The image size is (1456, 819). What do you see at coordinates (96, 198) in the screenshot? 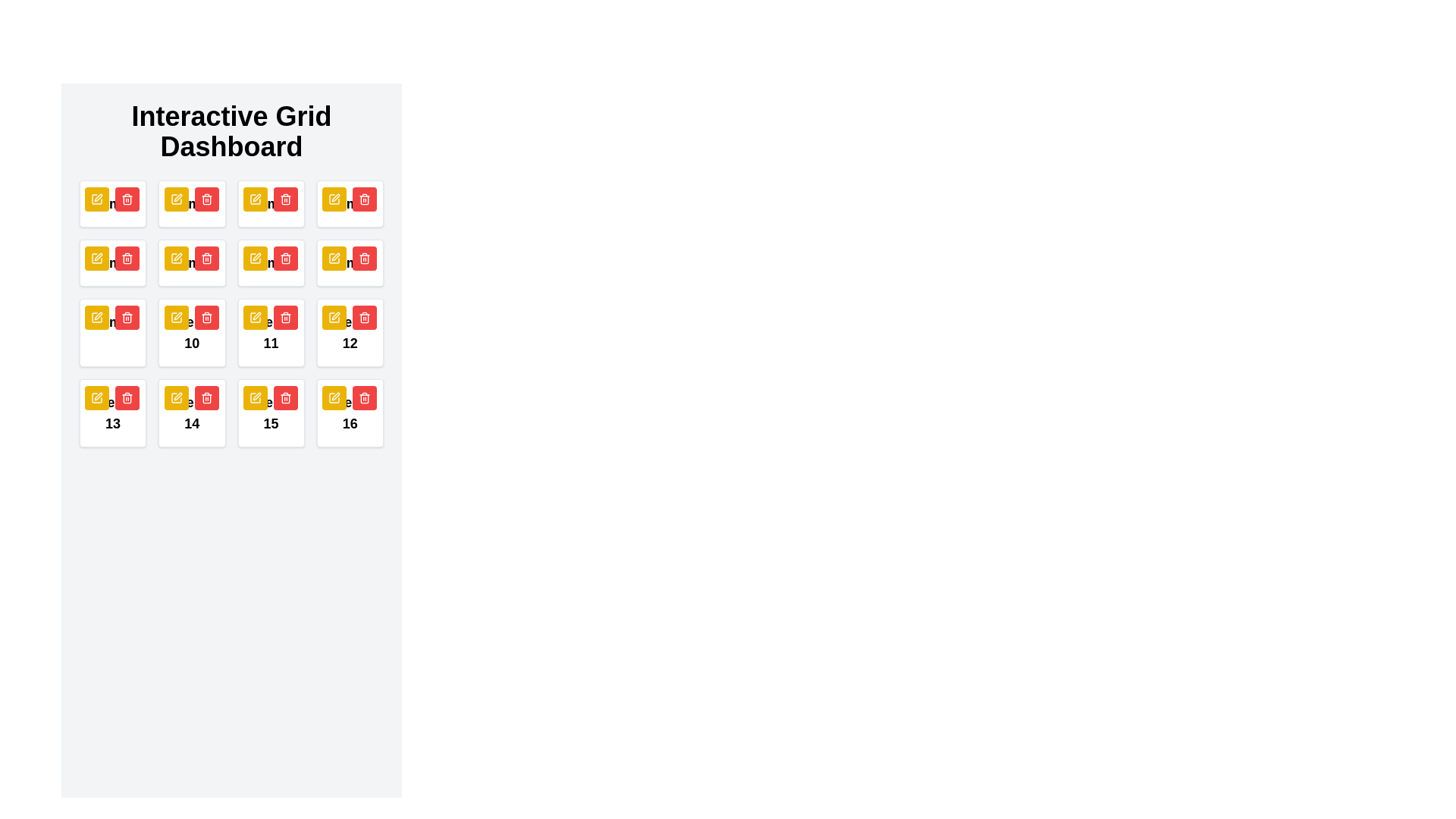
I see `the pen icon button enclosed within a yellow square located at the top-left of the first card in the dashboard interface` at bounding box center [96, 198].